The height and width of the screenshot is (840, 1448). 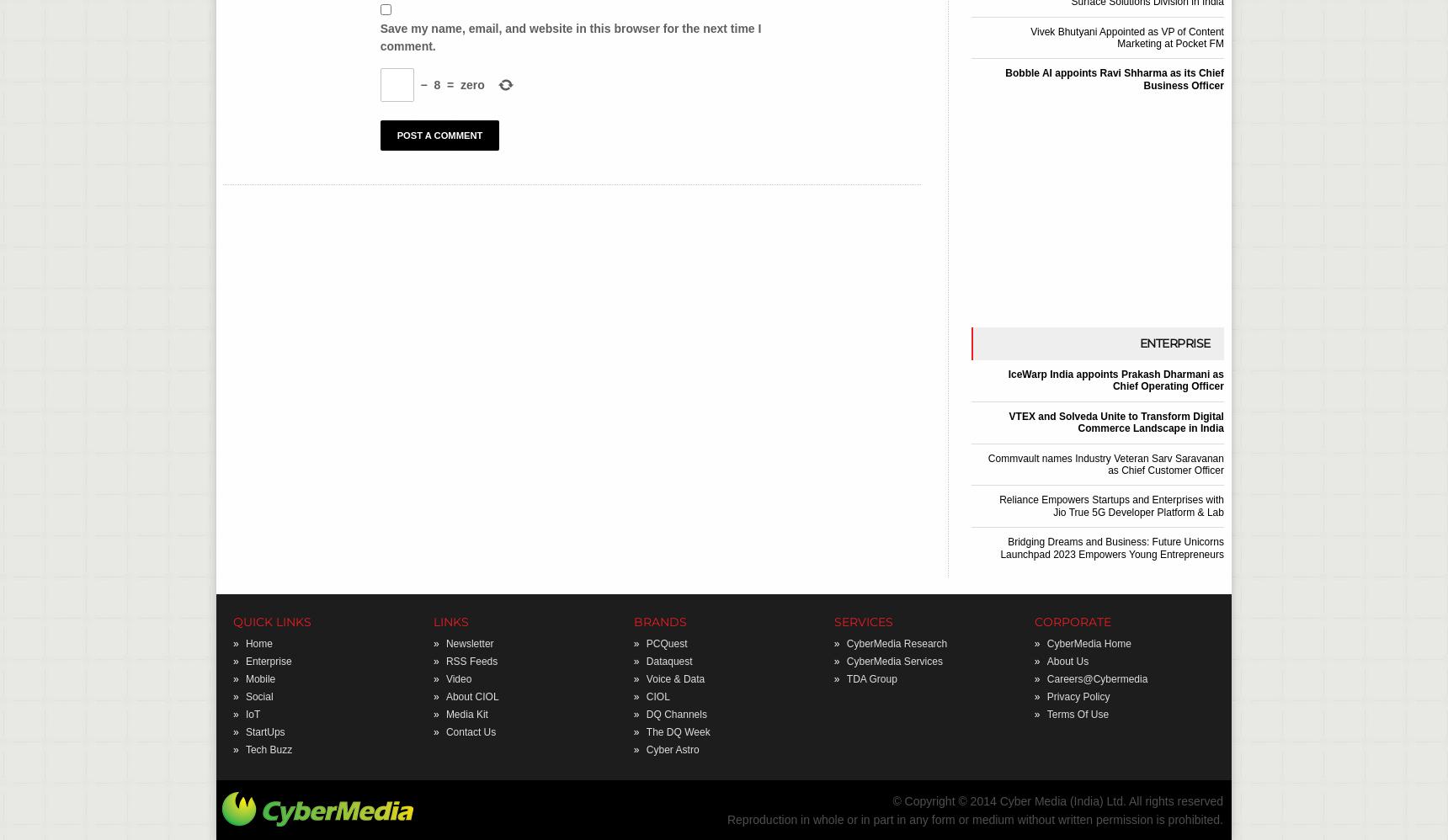 I want to click on 'CyberMedia Research', so click(x=896, y=641).